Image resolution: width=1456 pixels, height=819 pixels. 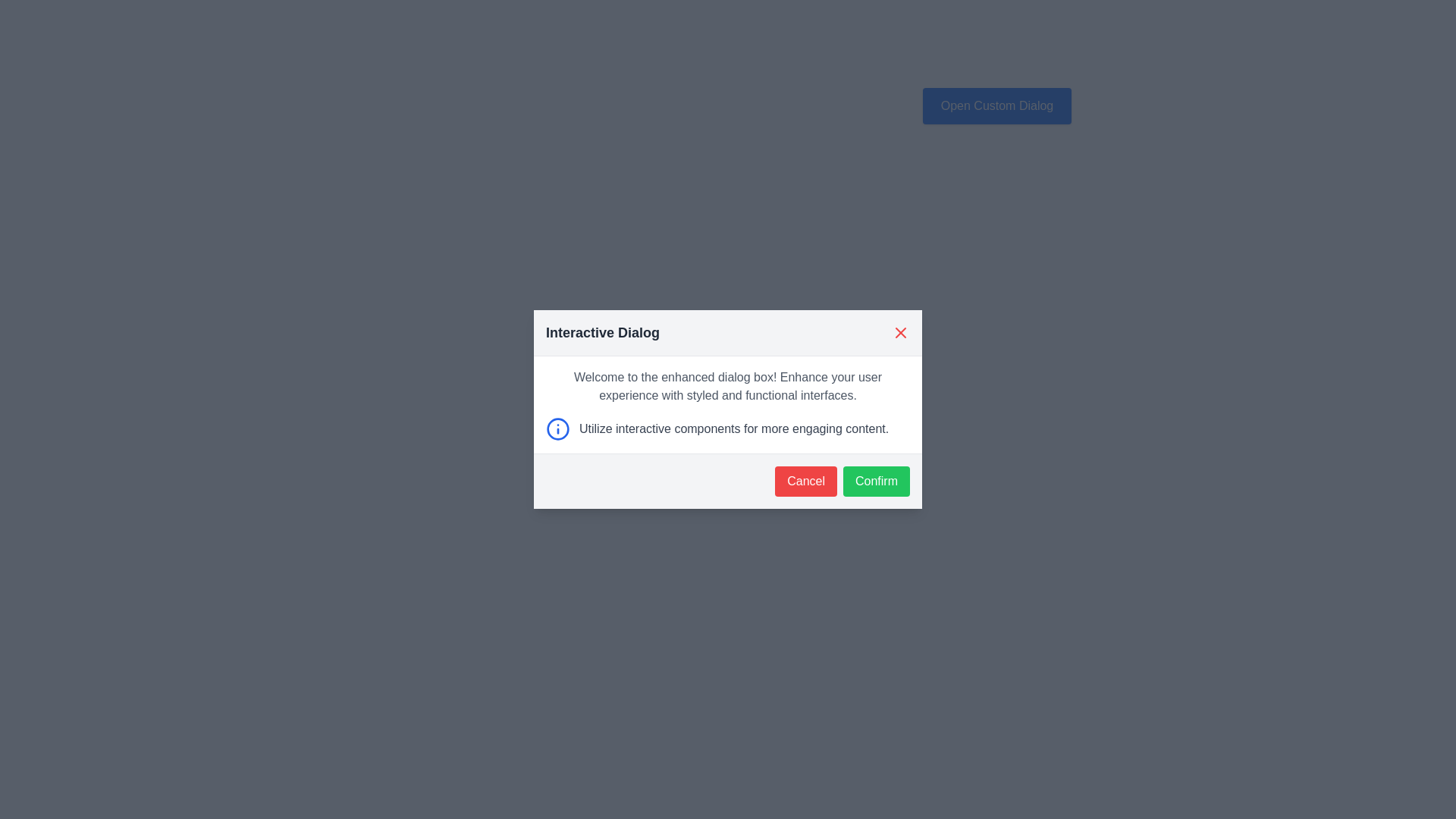 I want to click on the gray styled text reading 'Utilize interactive components for more engaging content.' located in the dialog box below the blue information icon, so click(x=734, y=429).